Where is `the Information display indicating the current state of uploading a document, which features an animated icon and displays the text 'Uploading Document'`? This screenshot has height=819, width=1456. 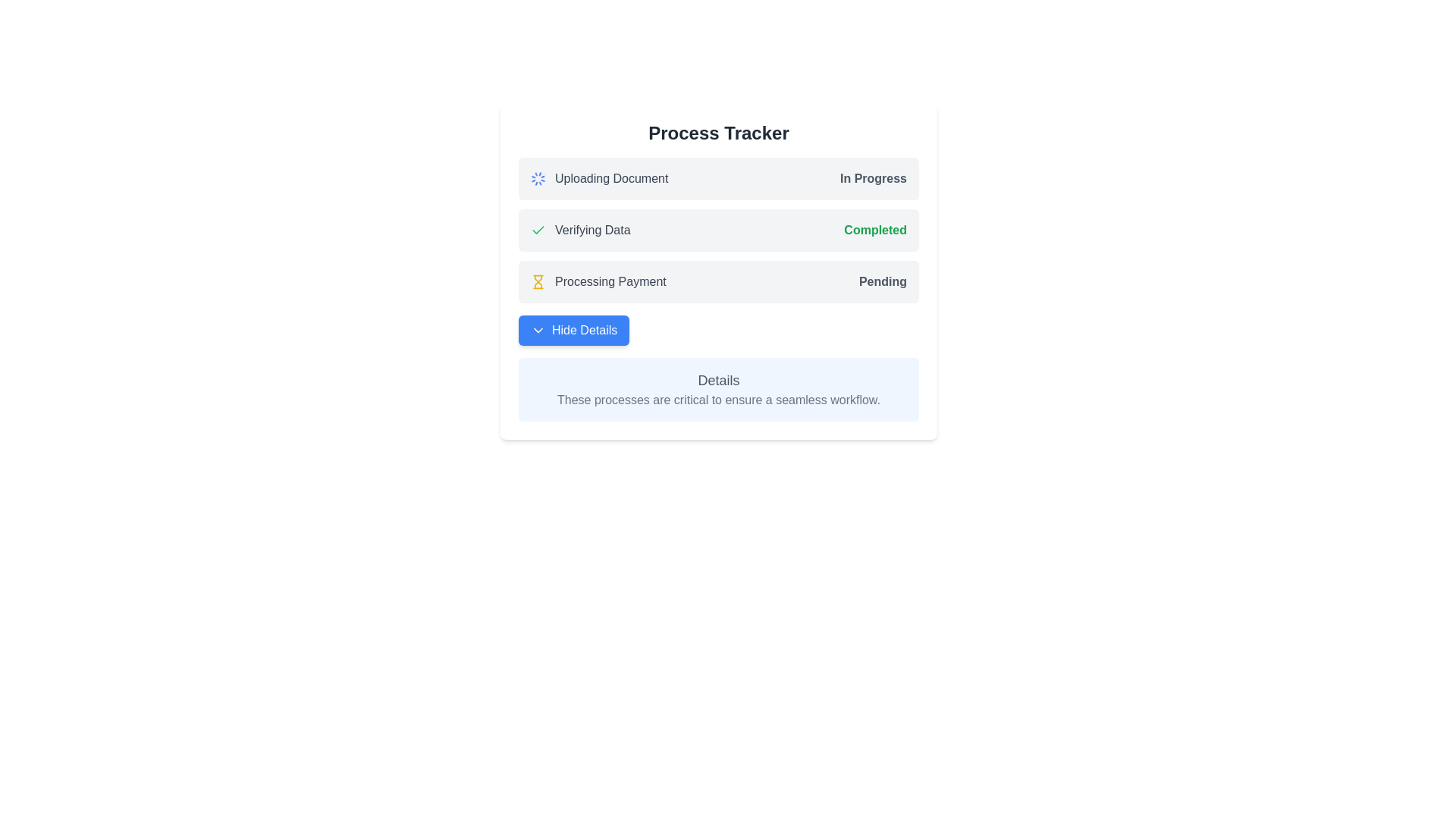 the Information display indicating the current state of uploading a document, which features an animated icon and displays the text 'Uploading Document' is located at coordinates (598, 177).